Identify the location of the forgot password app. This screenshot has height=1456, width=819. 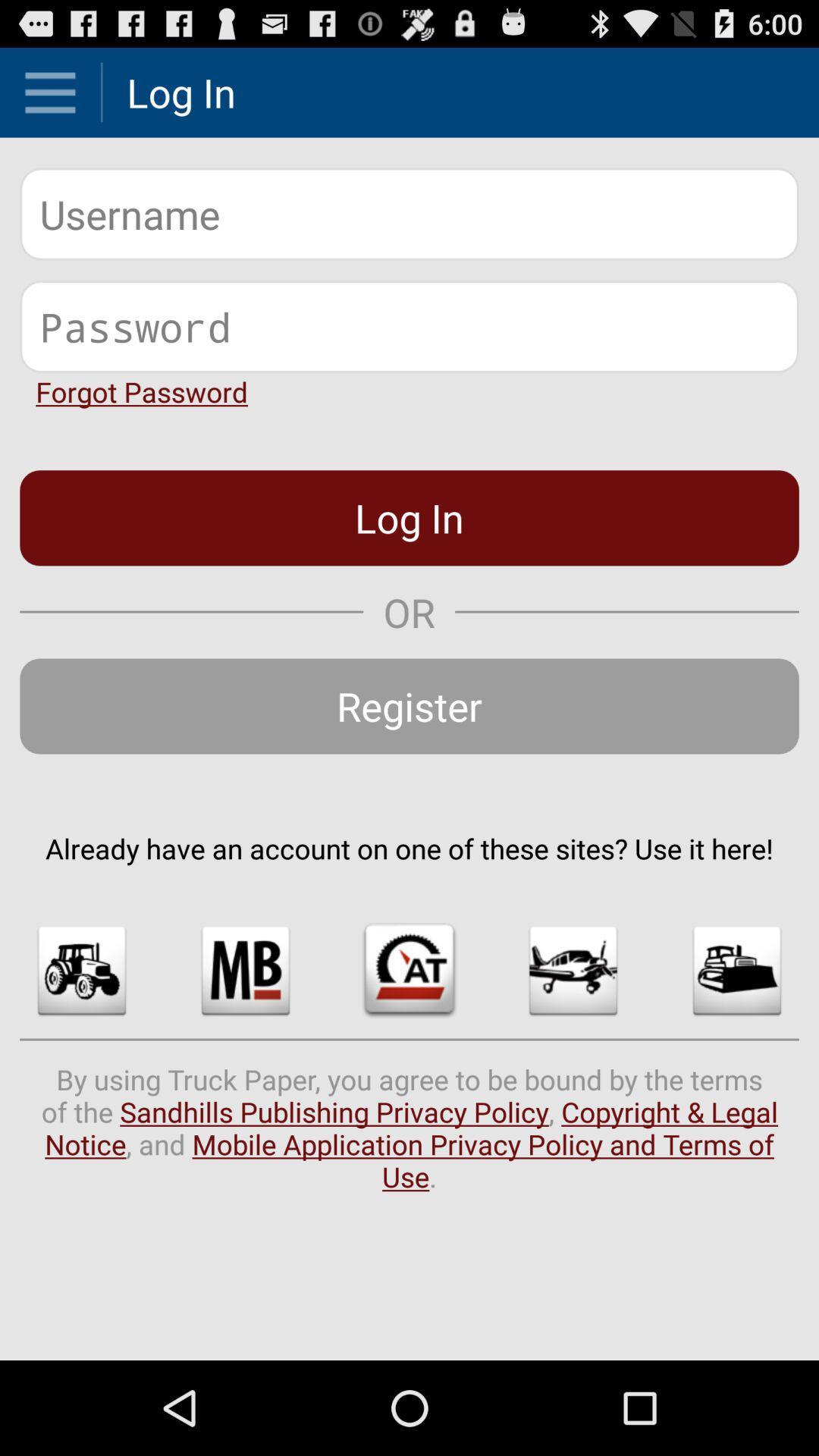
(142, 391).